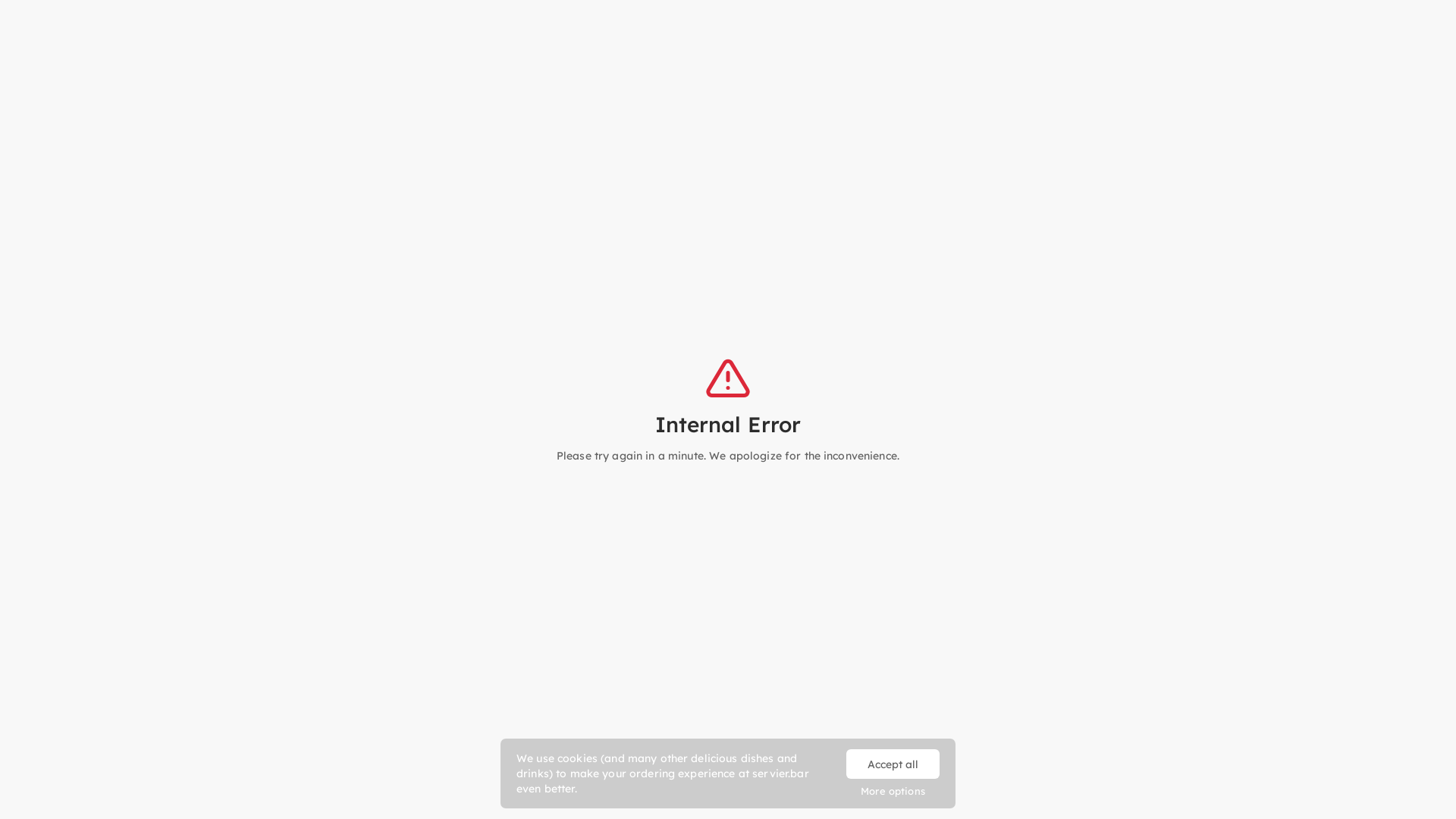 The width and height of the screenshot is (1456, 819). Describe the element at coordinates (893, 764) in the screenshot. I see `'Accept all'` at that location.